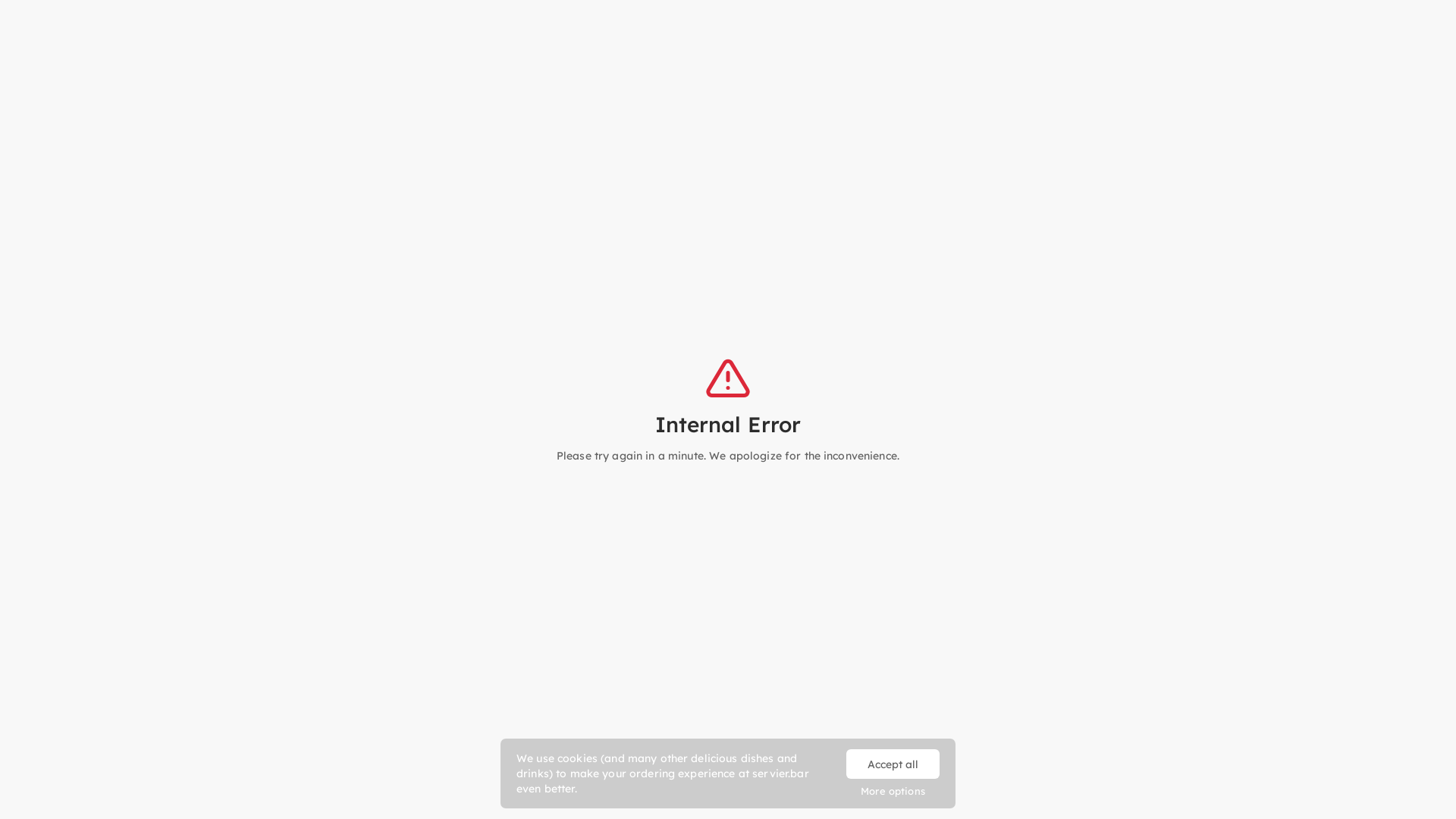 The width and height of the screenshot is (1456, 819). Describe the element at coordinates (893, 764) in the screenshot. I see `'Accept all'` at that location.